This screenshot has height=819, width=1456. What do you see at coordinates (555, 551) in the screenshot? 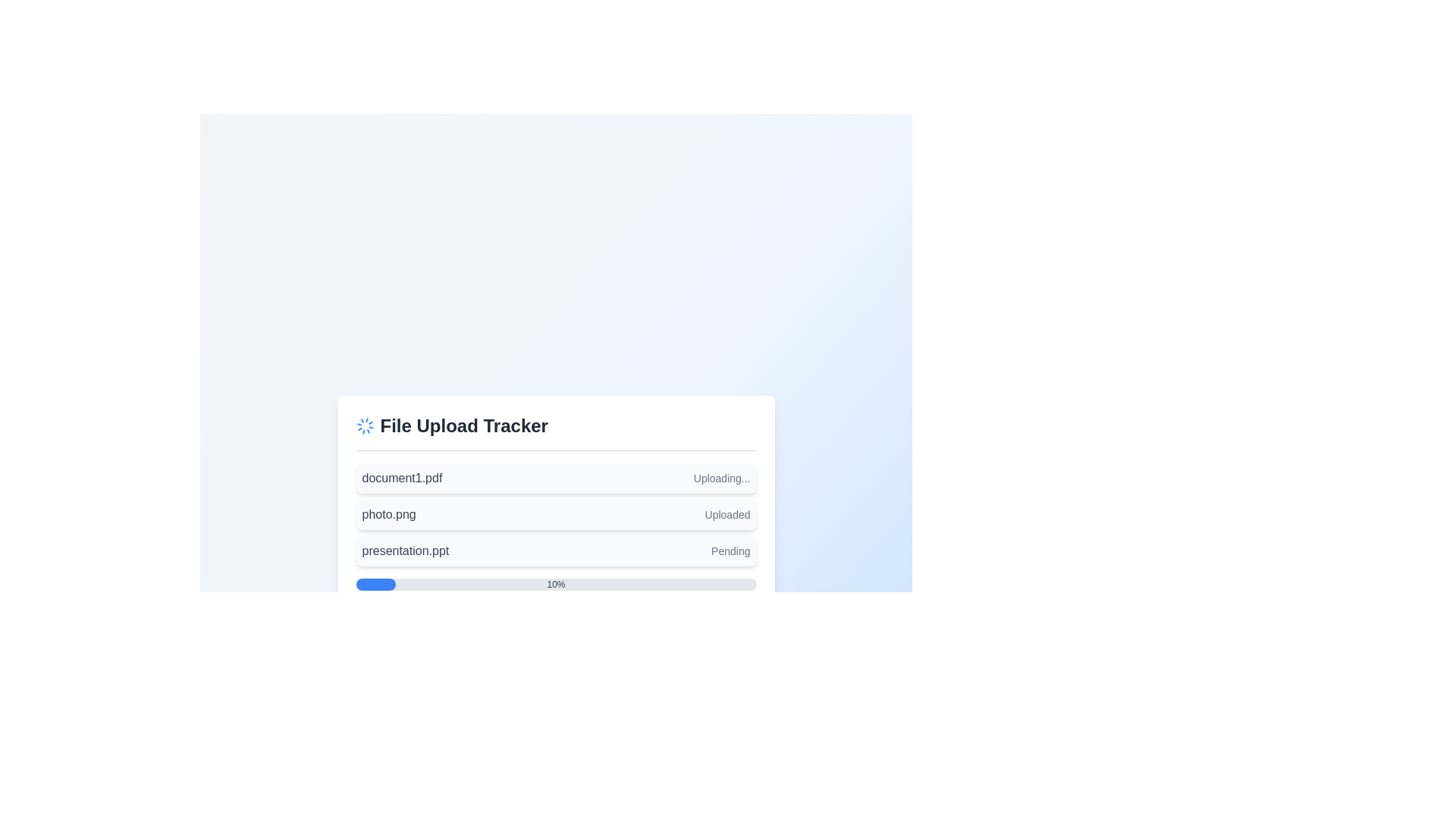
I see `the third list item in the 'File Upload Tracker' section, which displays the filename 'presentation.ppt' and a status of 'Pending'` at bounding box center [555, 551].